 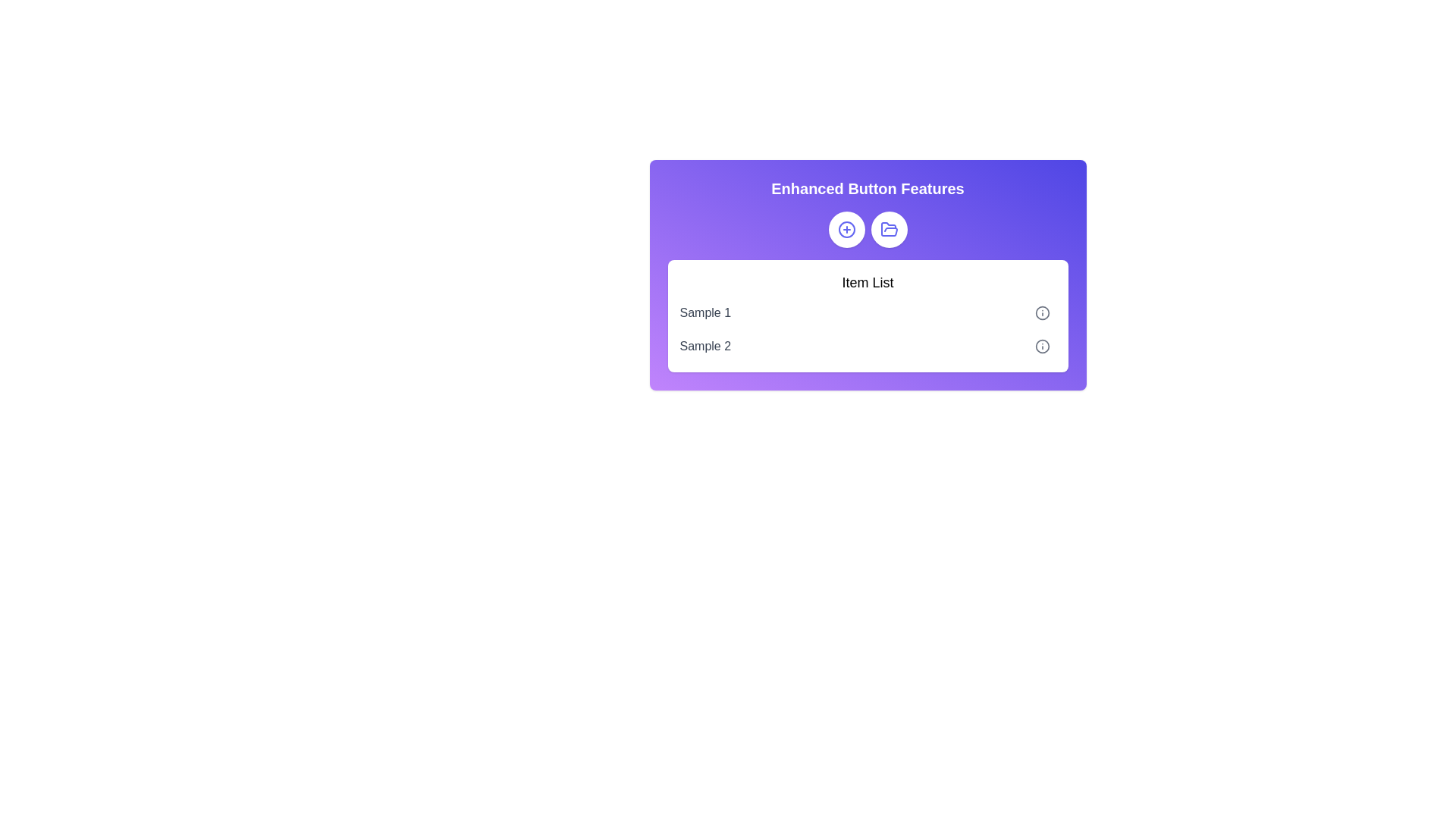 I want to click on the info icon button, which is a small gray circular outline located in the bottom-right corner of the white card in the center of the interface, so click(x=1041, y=346).